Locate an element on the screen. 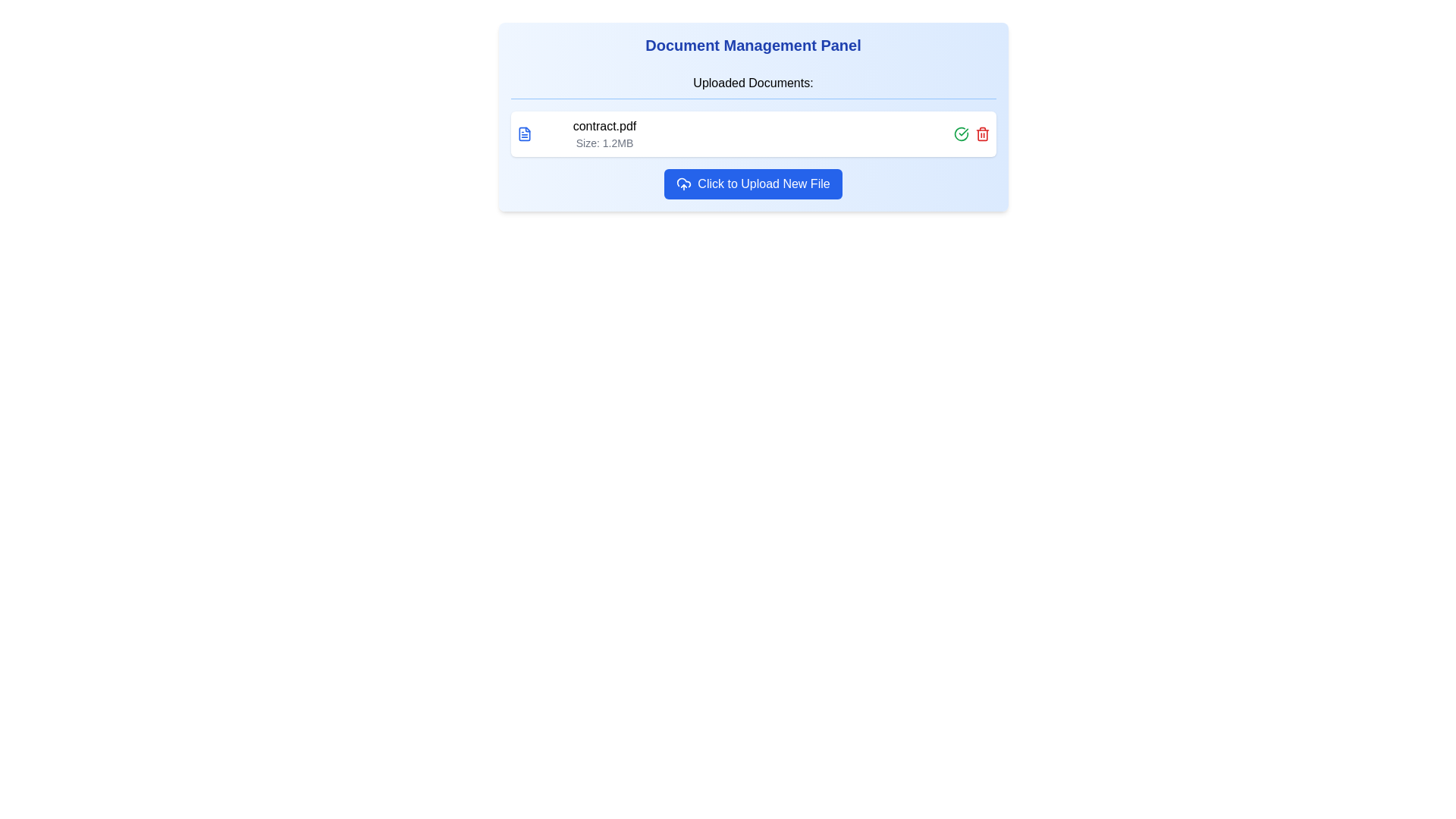 The image size is (1456, 819). file information displayed in the text element showing the name 'contract.pdf' and size 'Size: 1.2MB', which is the first element under 'Uploaded Documents:' is located at coordinates (593, 133).